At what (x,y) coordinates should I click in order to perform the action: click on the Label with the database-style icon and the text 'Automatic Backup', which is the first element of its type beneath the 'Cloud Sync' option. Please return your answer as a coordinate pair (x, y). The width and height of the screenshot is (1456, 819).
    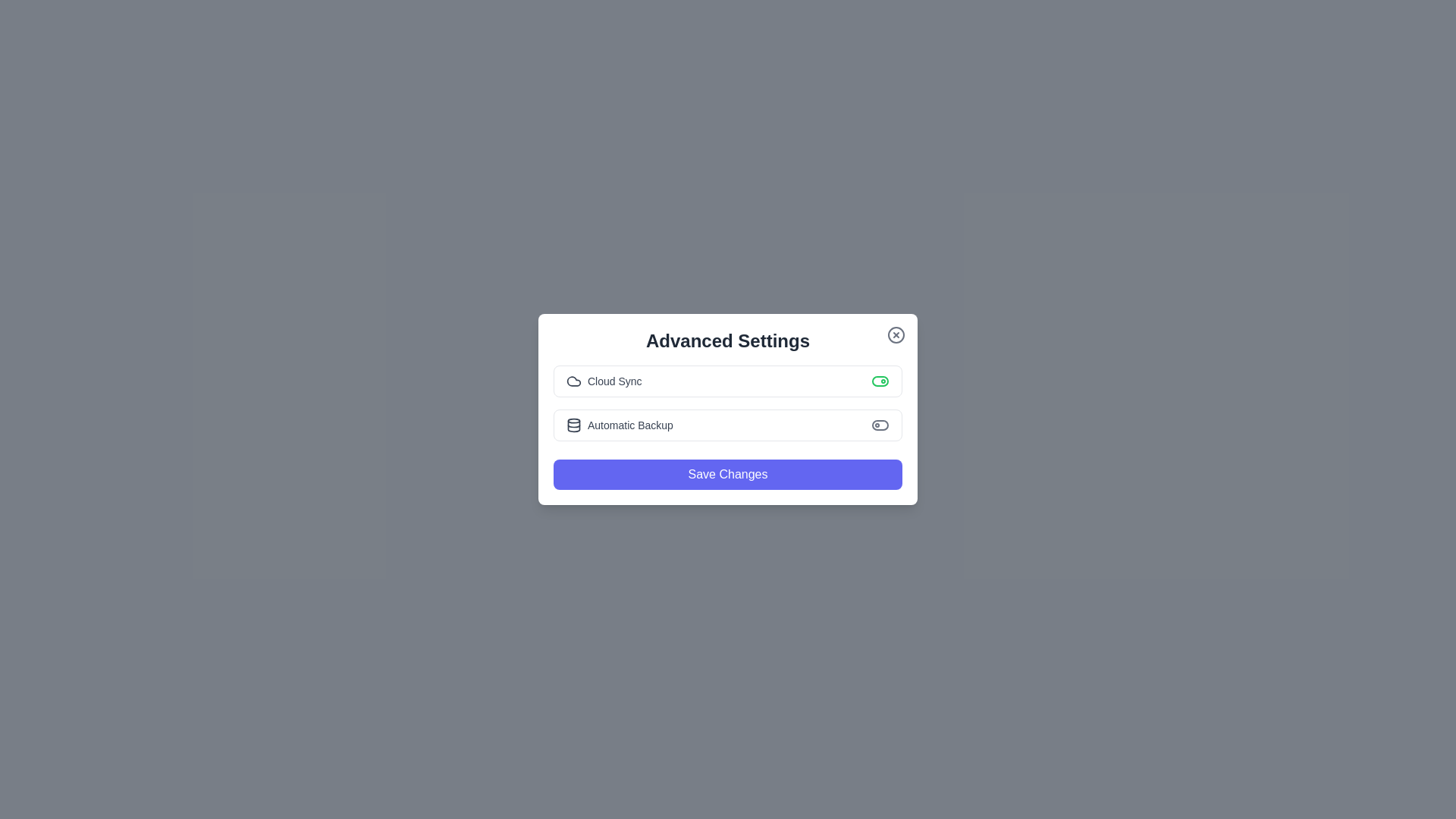
    Looking at the image, I should click on (620, 425).